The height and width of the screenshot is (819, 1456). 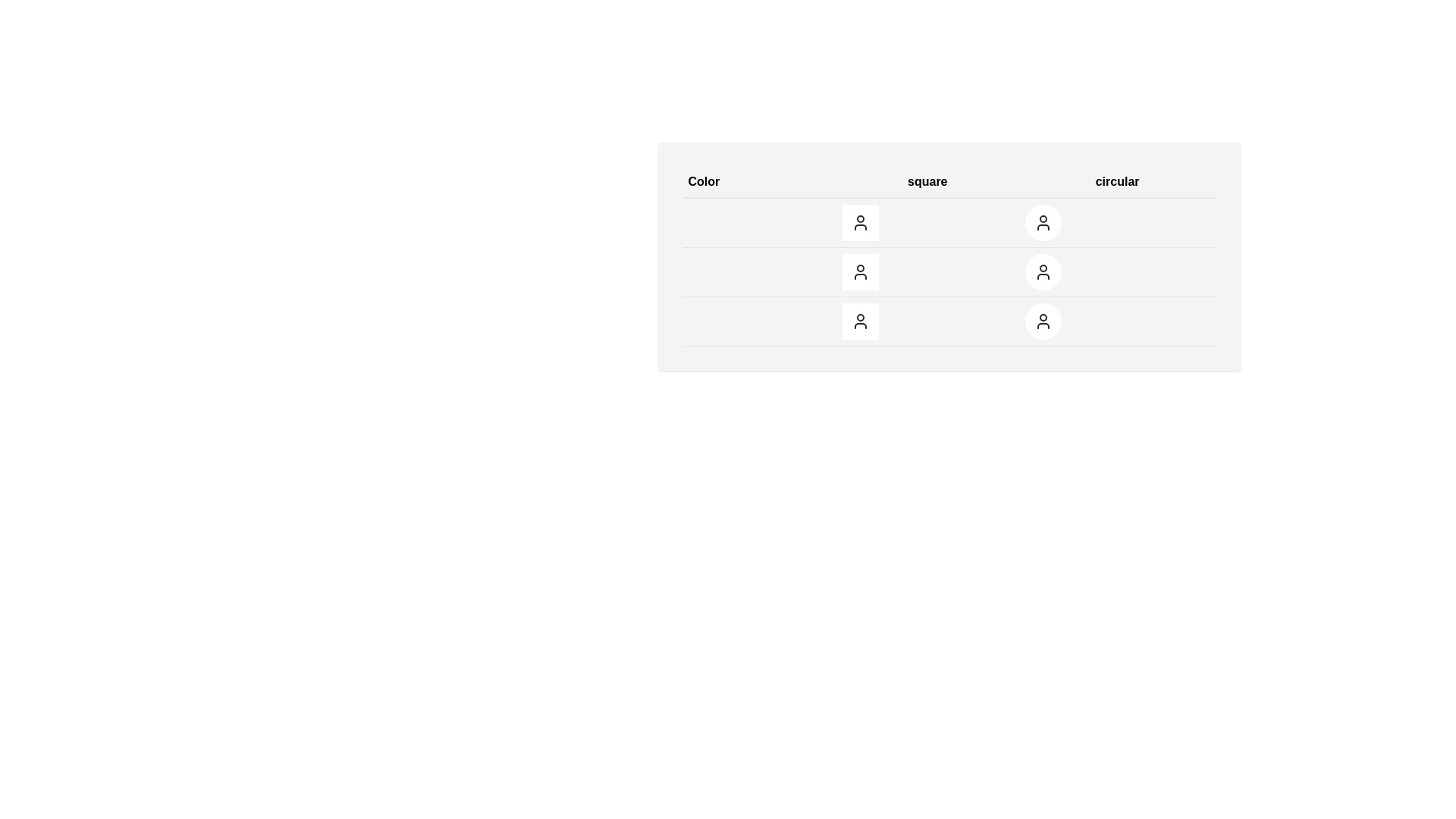 I want to click on the user profile graphical icon, which is a circular head and shoulders outline in dark gray within a circular white background, located in the second column of the third row under the 'circular' column header, so click(x=1042, y=271).